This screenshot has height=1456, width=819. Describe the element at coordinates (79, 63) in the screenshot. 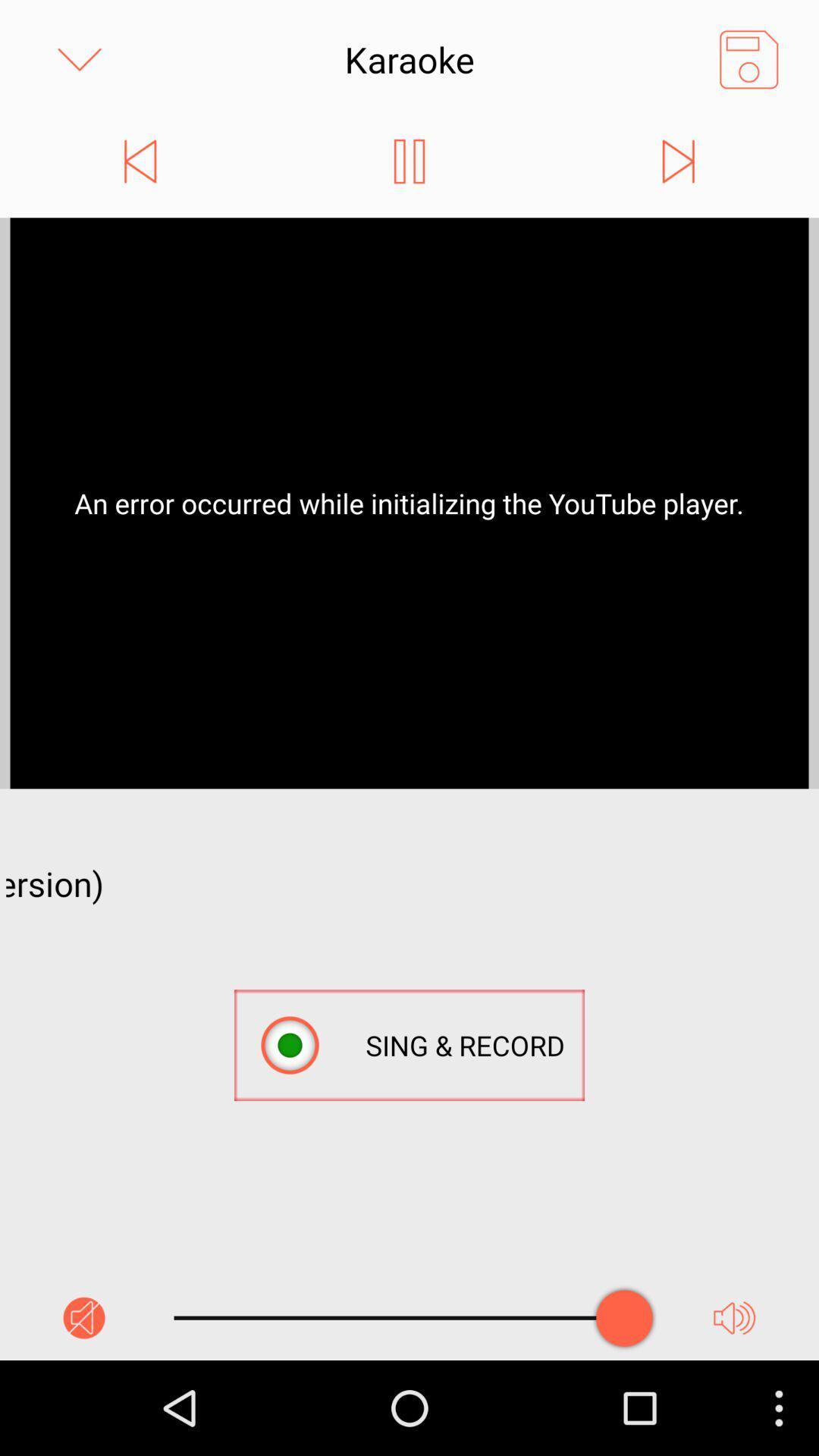

I see `the expand_more icon` at that location.